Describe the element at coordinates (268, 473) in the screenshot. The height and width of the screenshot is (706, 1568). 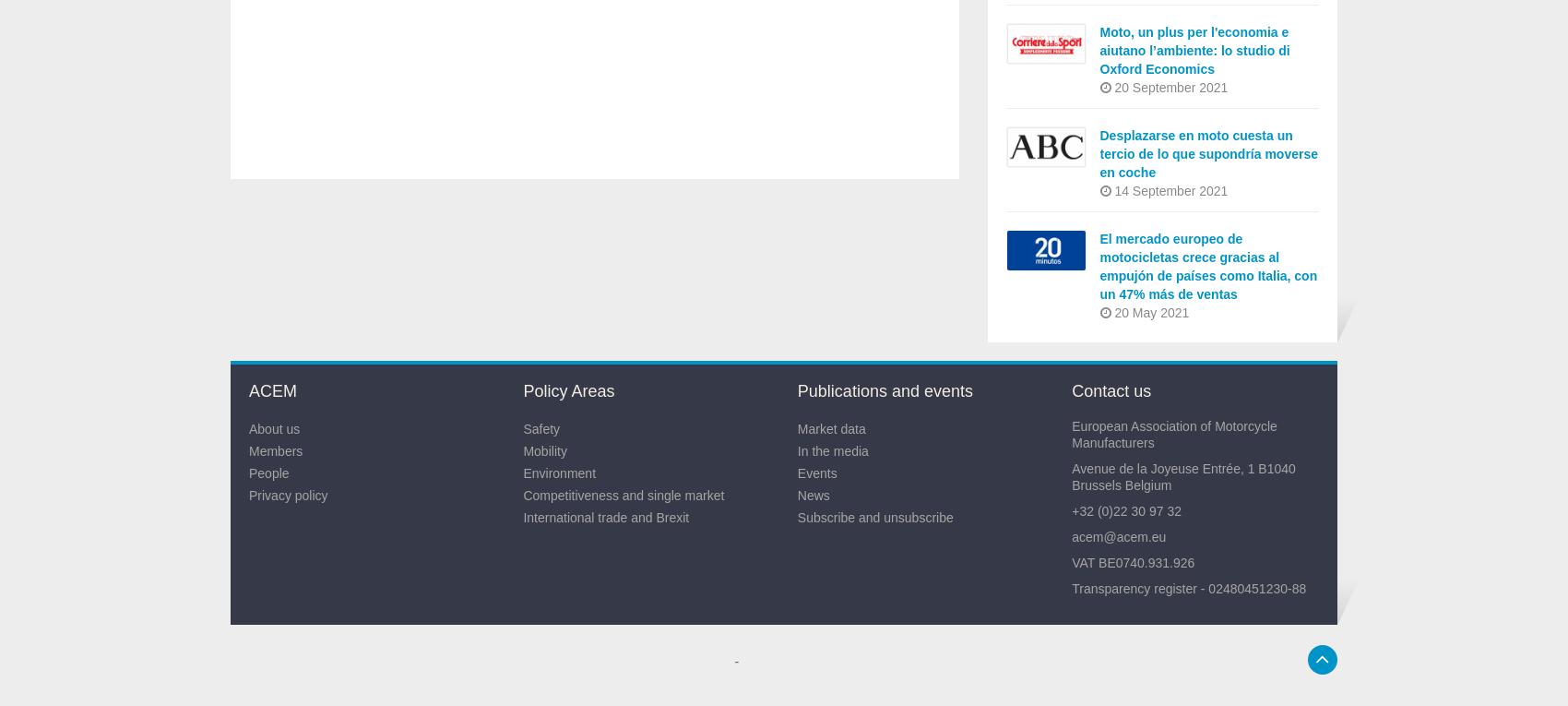
I see `'People'` at that location.